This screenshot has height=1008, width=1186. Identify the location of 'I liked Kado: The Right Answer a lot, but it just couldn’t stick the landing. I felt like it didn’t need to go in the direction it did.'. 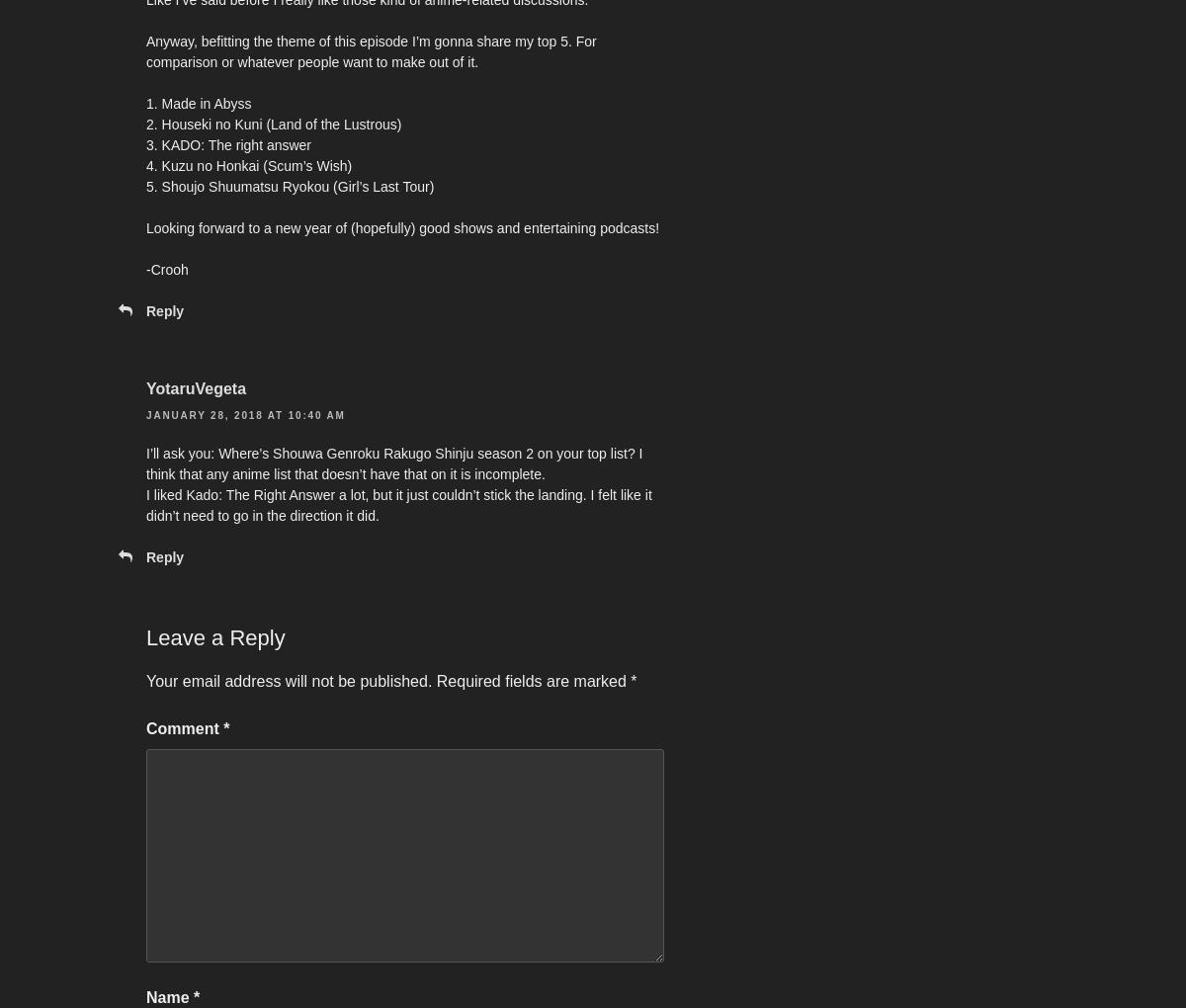
(398, 504).